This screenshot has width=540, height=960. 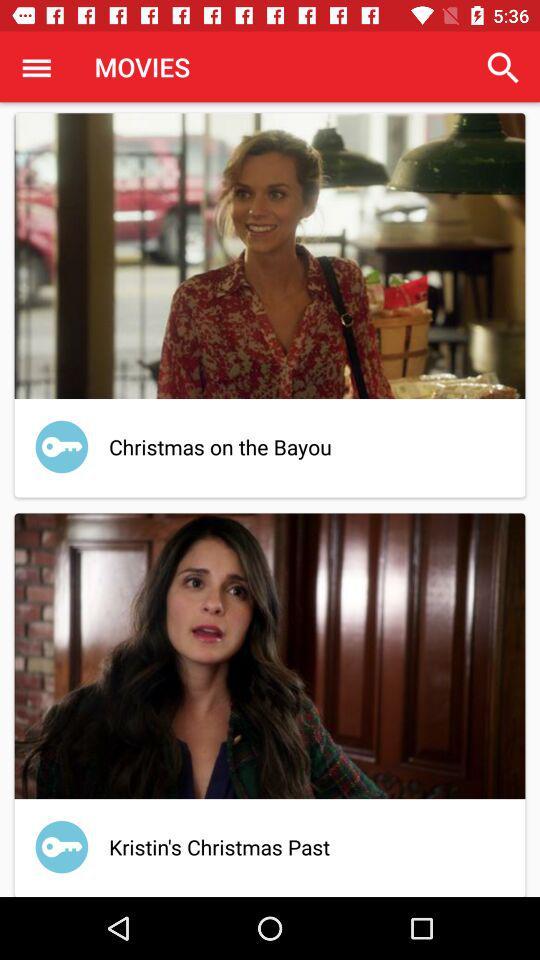 What do you see at coordinates (36, 67) in the screenshot?
I see `the app to the left of the movies` at bounding box center [36, 67].